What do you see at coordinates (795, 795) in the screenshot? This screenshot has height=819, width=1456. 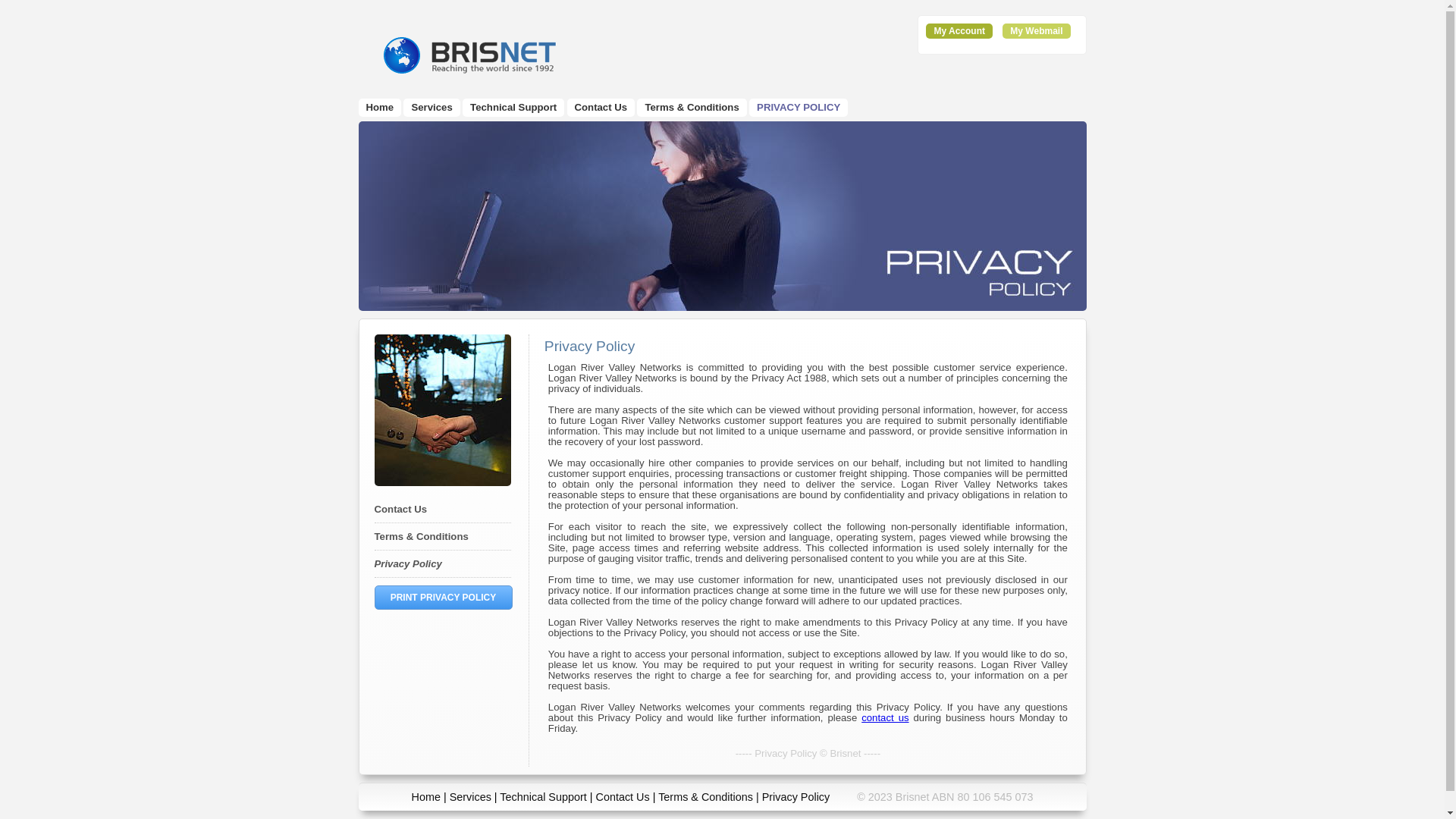 I see `'Privacy Policy'` at bounding box center [795, 795].